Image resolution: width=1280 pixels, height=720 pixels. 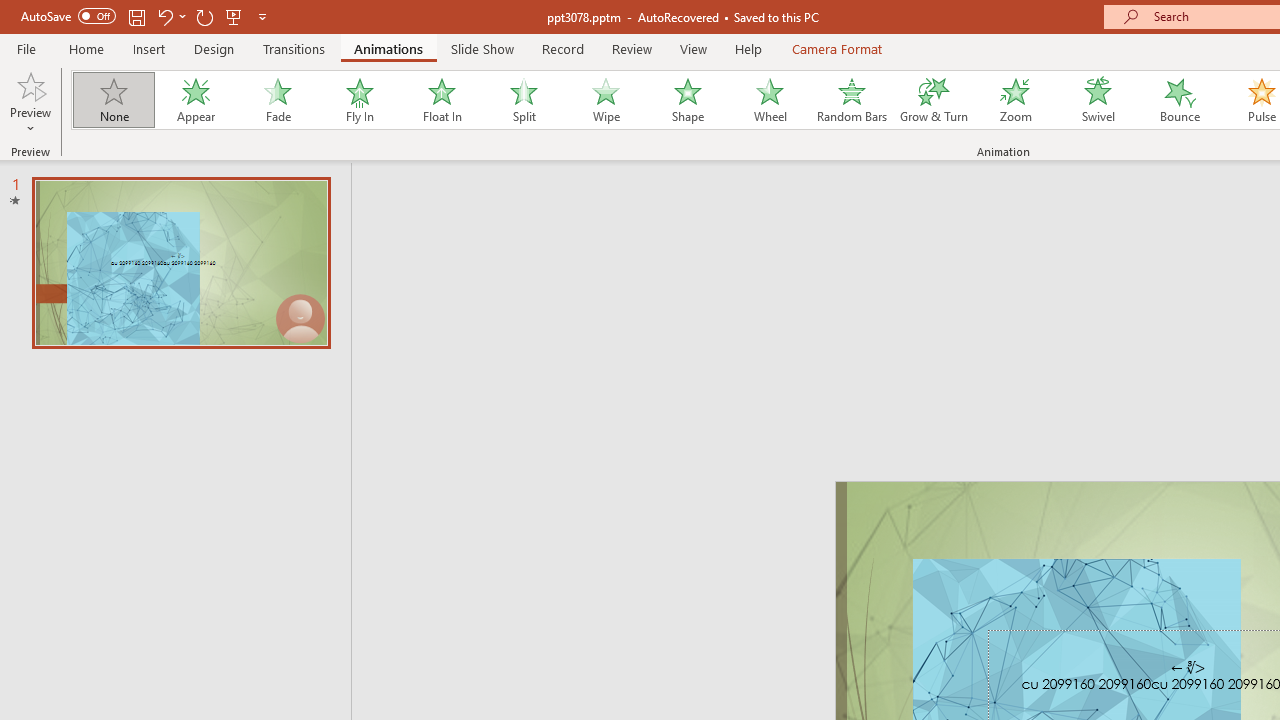 What do you see at coordinates (523, 100) in the screenshot?
I see `'Split'` at bounding box center [523, 100].